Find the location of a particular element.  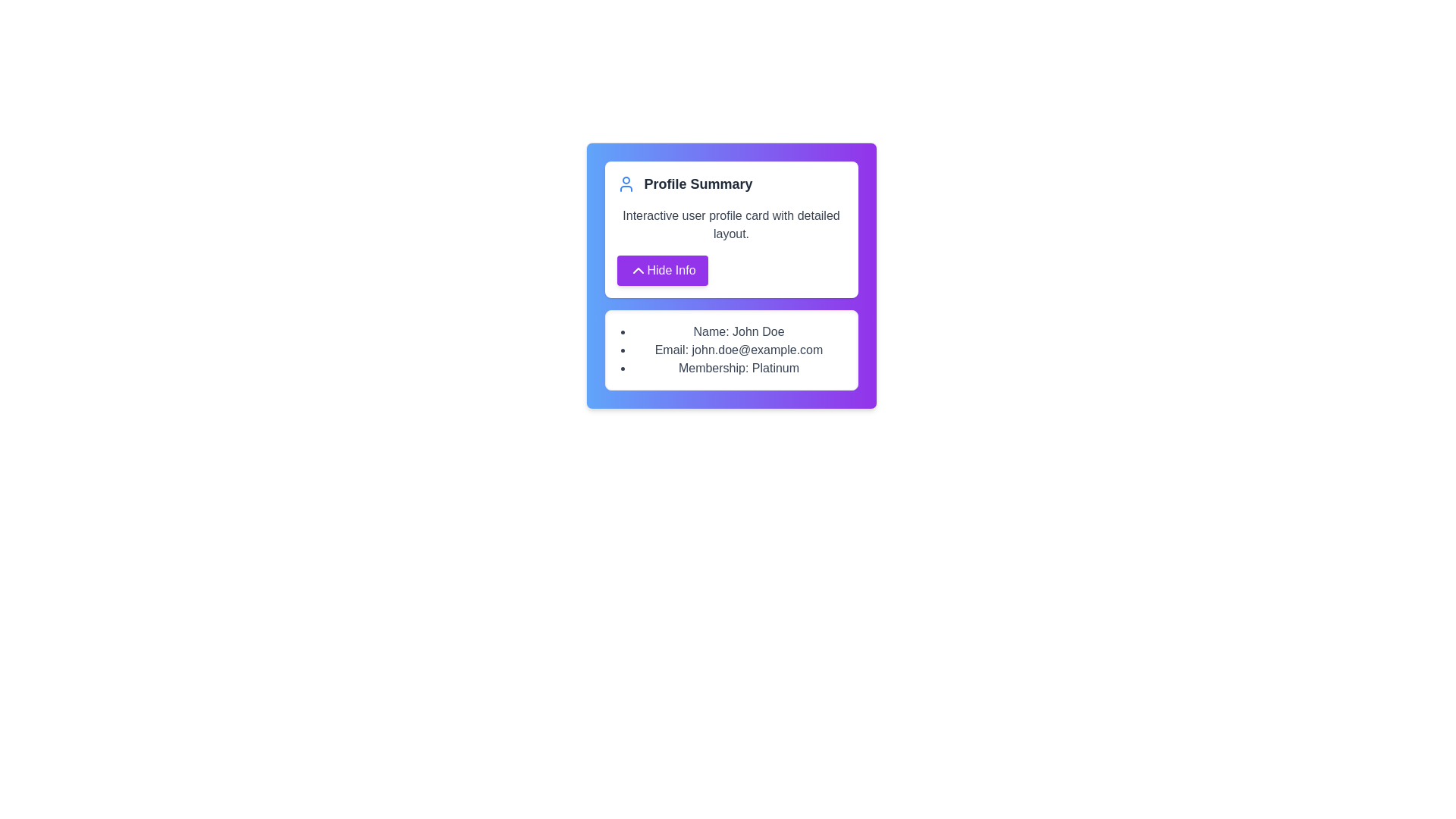

the 'Hide Info' button located within the user profile card is located at coordinates (662, 270).